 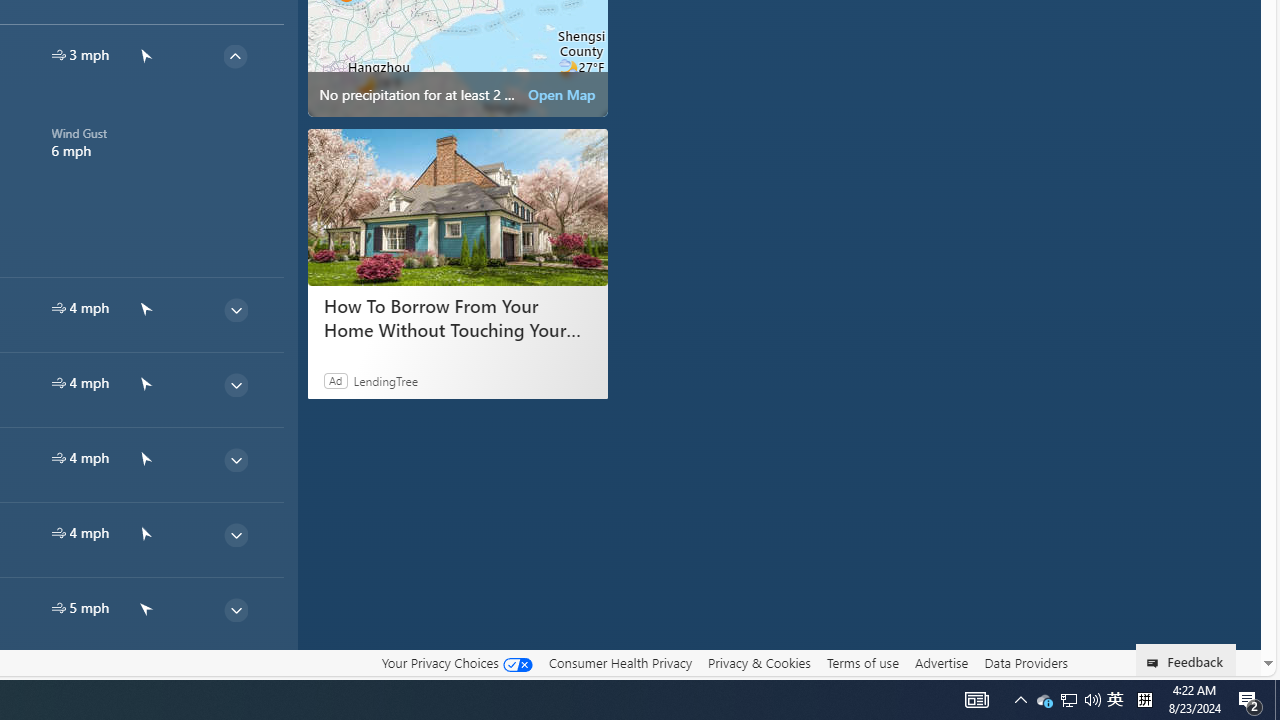 I want to click on 'hourlyTable/wind', so click(x=58, y=607).